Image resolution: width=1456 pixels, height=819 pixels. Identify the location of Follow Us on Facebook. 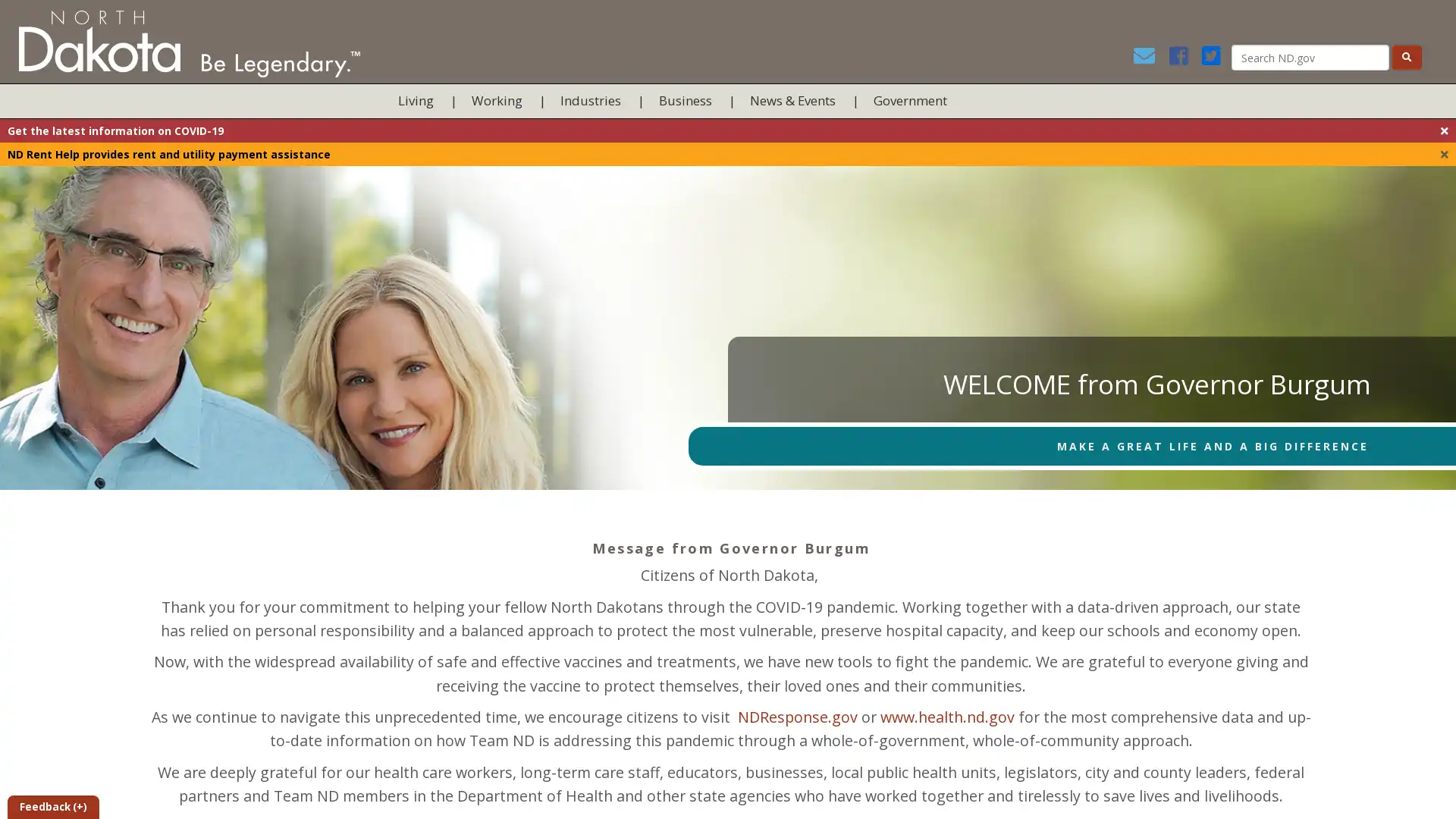
(1182, 58).